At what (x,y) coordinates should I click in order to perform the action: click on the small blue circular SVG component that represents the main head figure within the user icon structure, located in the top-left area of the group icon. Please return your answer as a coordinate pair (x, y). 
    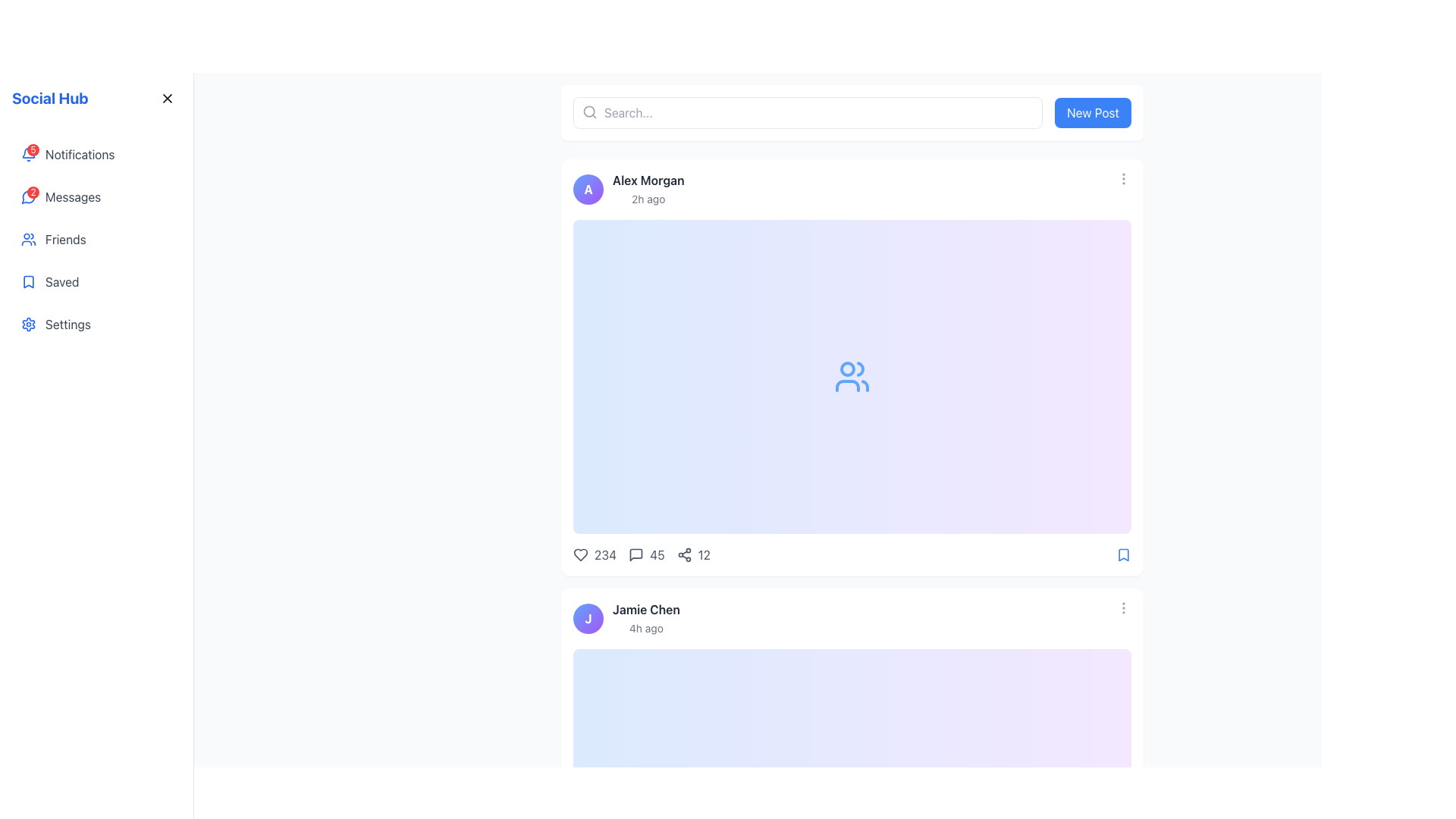
    Looking at the image, I should click on (847, 369).